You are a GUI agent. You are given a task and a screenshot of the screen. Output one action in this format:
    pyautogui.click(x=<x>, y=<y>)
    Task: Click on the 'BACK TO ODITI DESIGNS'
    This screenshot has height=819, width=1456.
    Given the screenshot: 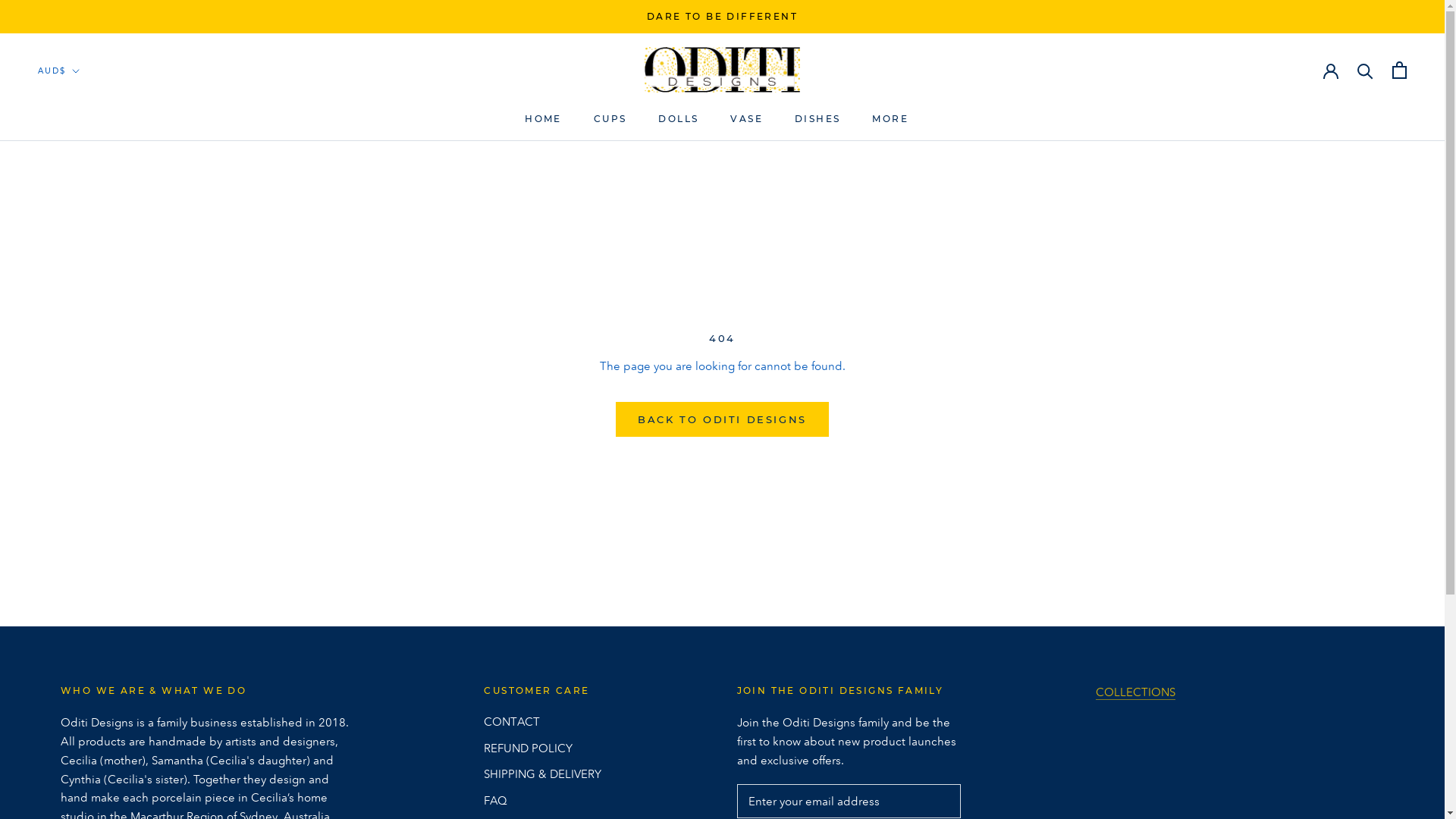 What is the action you would take?
    pyautogui.click(x=721, y=419)
    